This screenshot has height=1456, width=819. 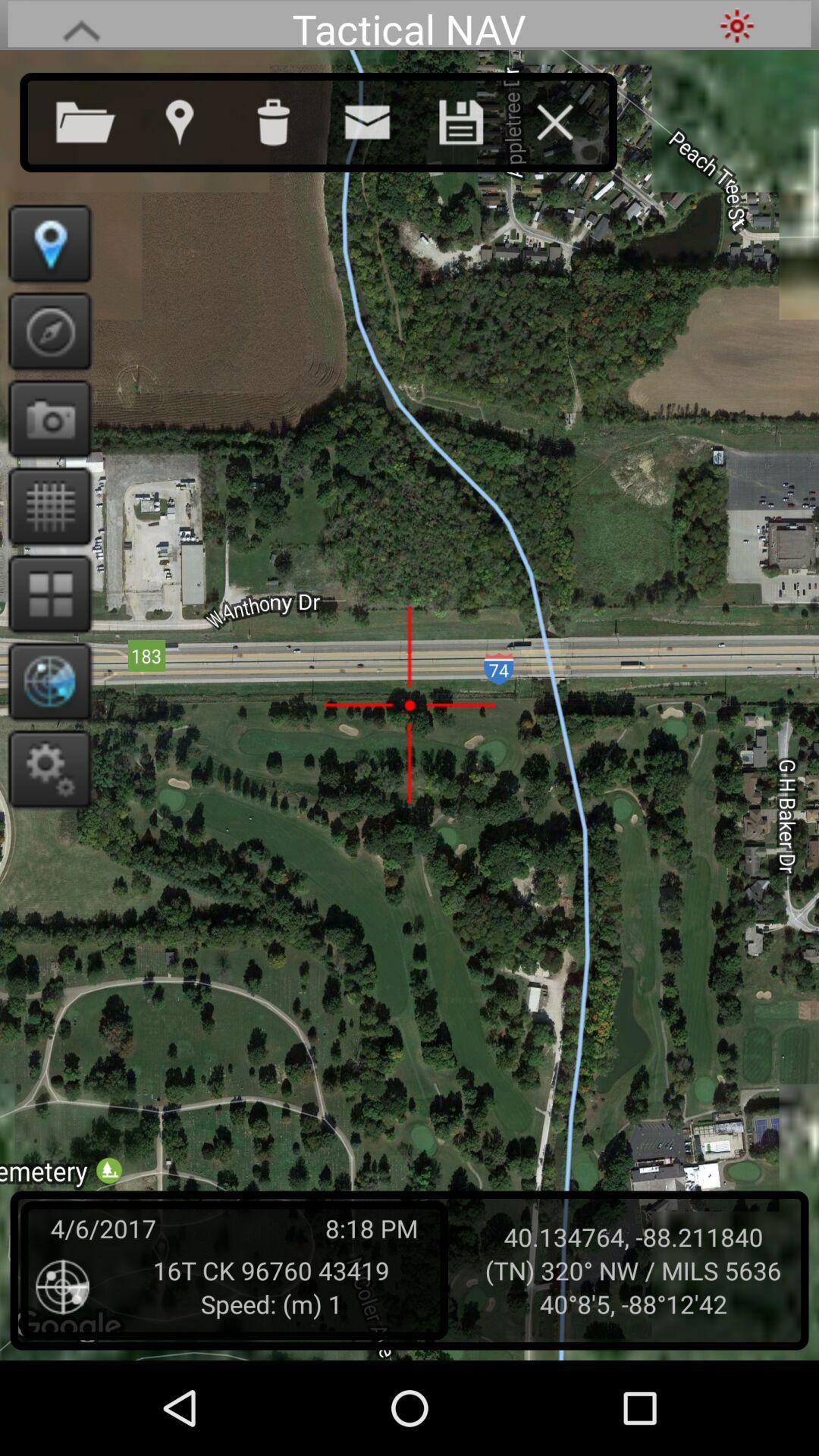 What do you see at coordinates (44, 330) in the screenshot?
I see `point to north` at bounding box center [44, 330].